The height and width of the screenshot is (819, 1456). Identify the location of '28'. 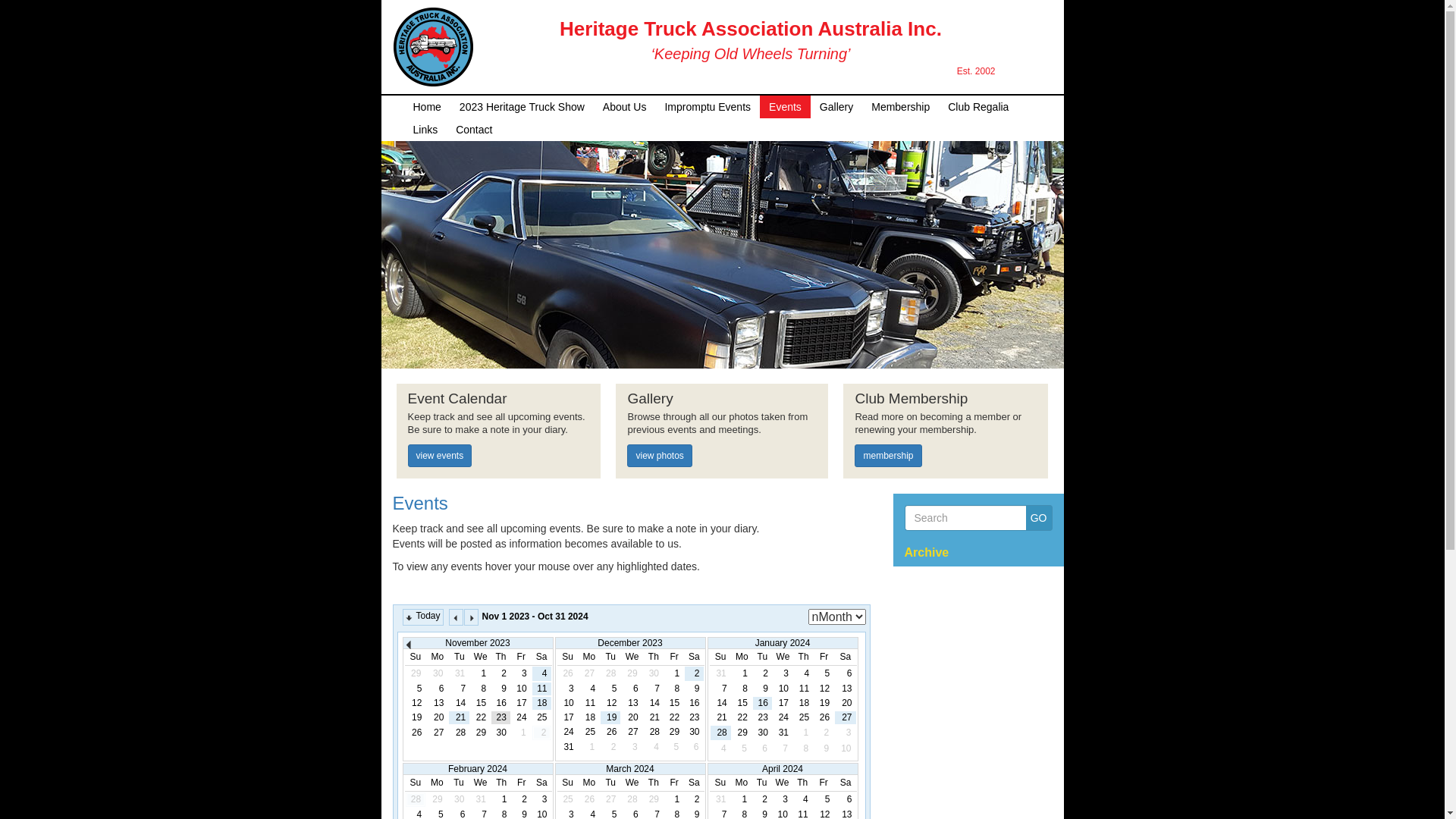
(720, 732).